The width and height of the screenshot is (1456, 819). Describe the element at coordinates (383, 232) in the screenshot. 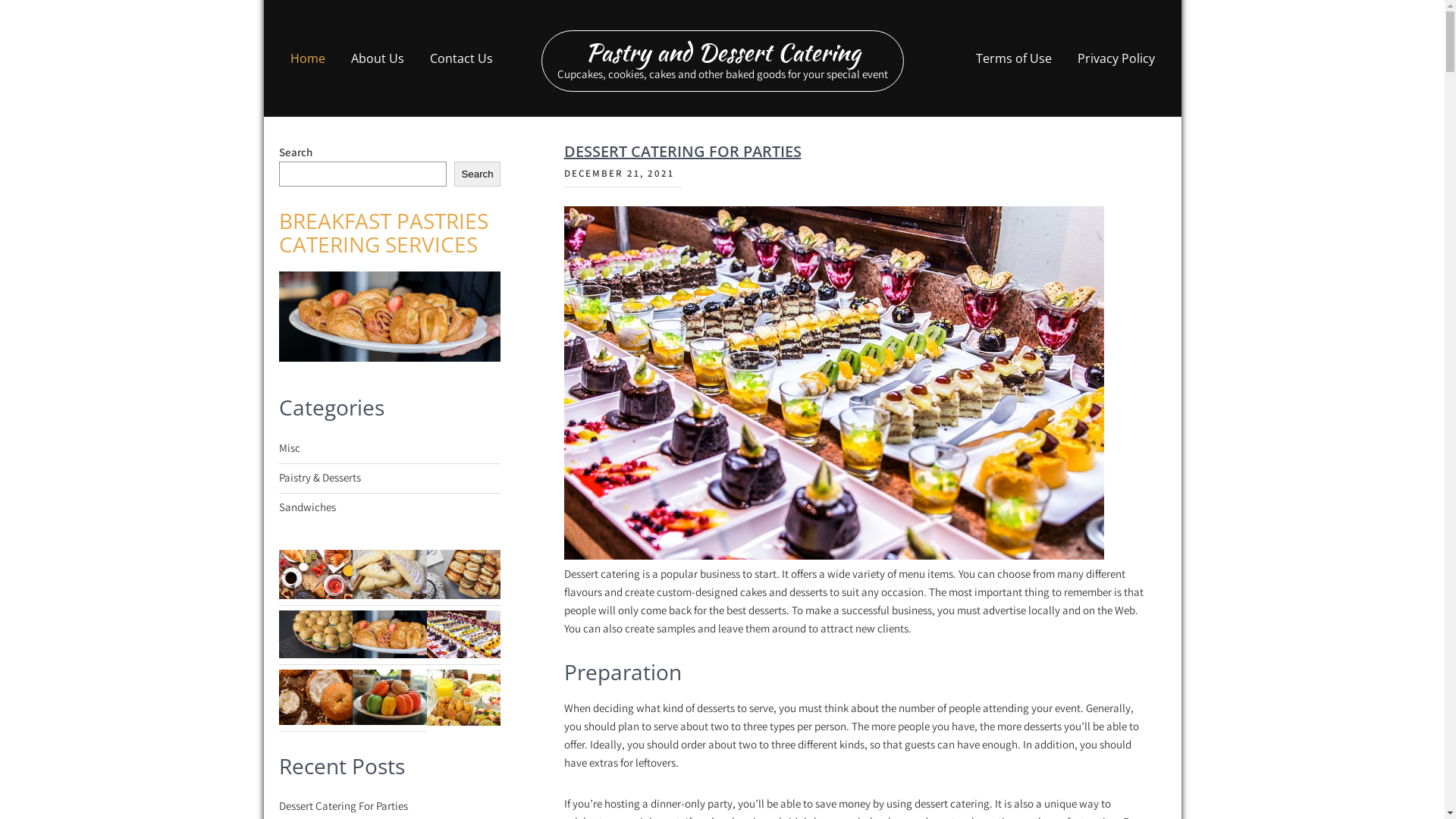

I see `'BREAKFAST PASTRIES CATERING SERVICES'` at that location.